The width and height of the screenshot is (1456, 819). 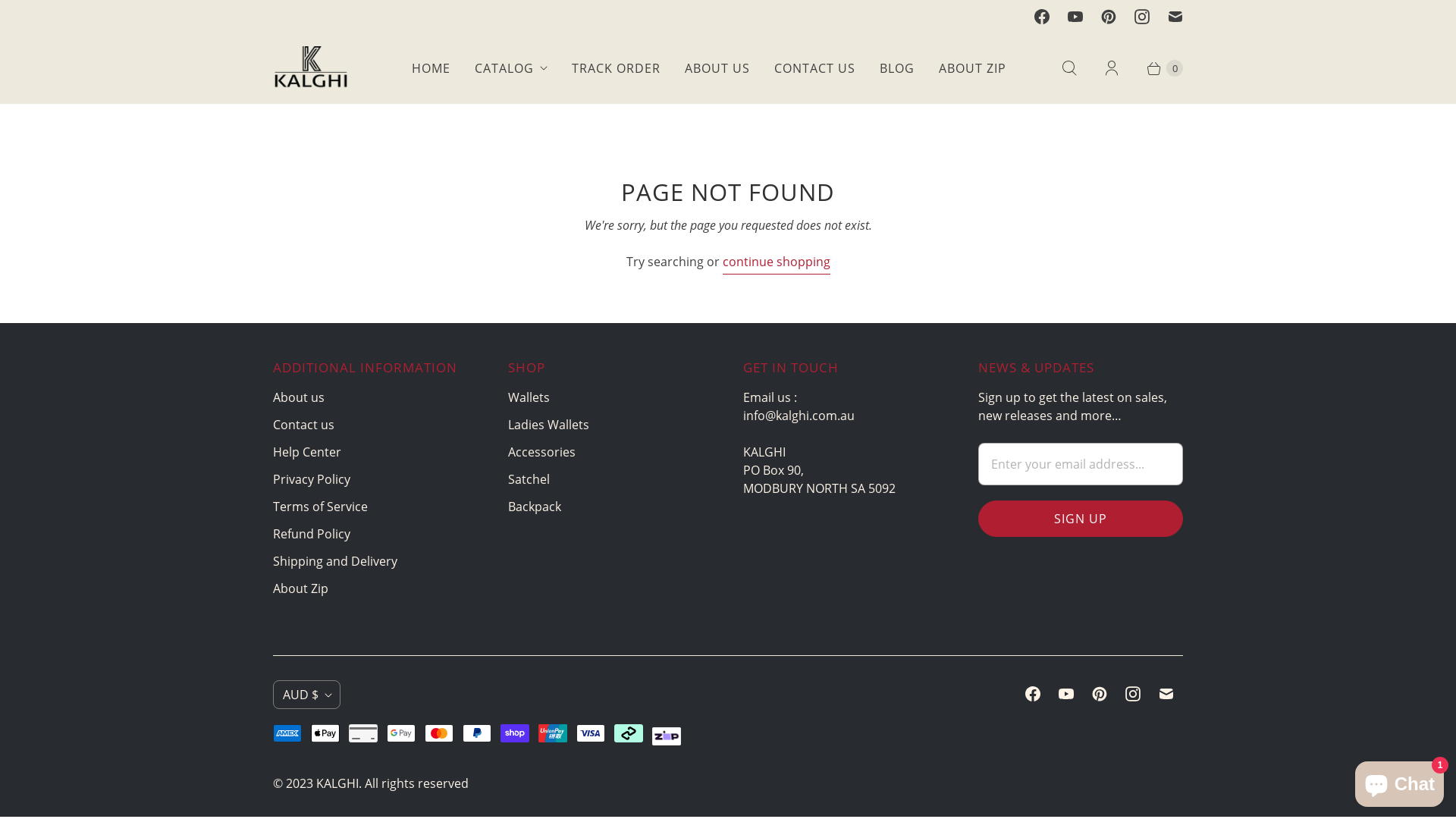 What do you see at coordinates (273, 587) in the screenshot?
I see `'About Zip'` at bounding box center [273, 587].